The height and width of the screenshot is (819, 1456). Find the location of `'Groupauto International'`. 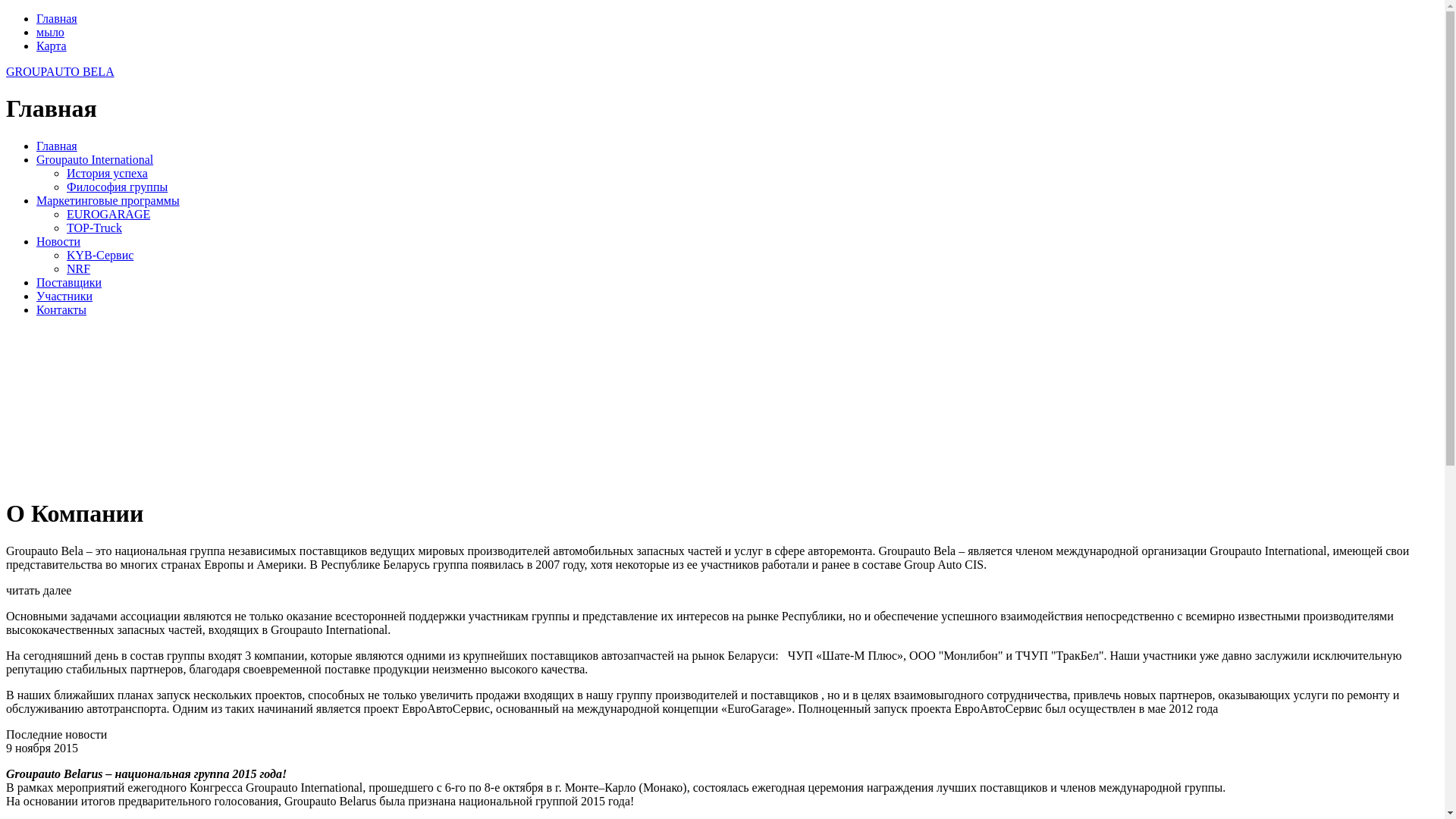

'Groupauto International' is located at coordinates (93, 159).